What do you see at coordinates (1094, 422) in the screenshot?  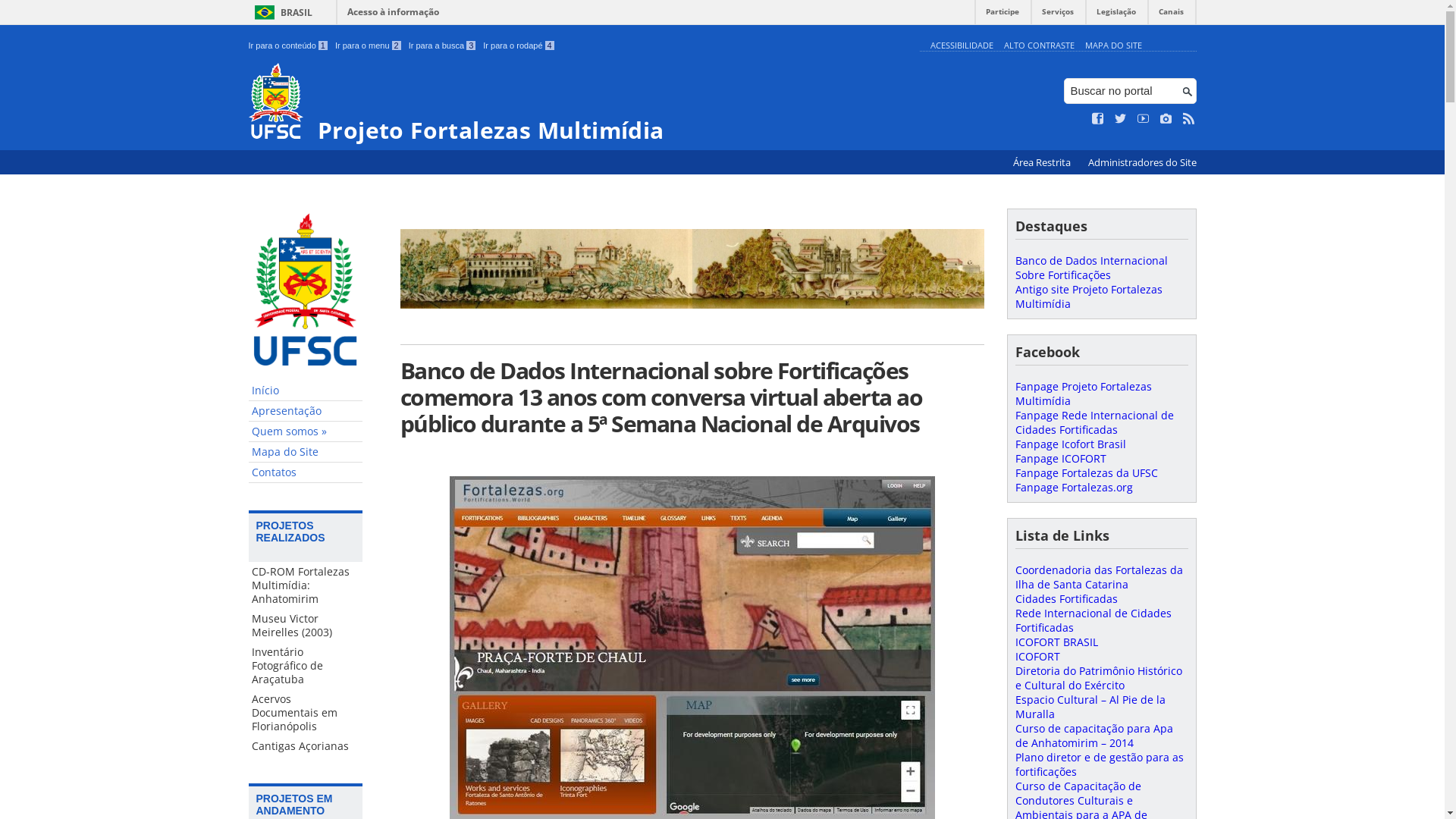 I see `'Fanpage Rede Internacional de Cidades Fortificadas'` at bounding box center [1094, 422].